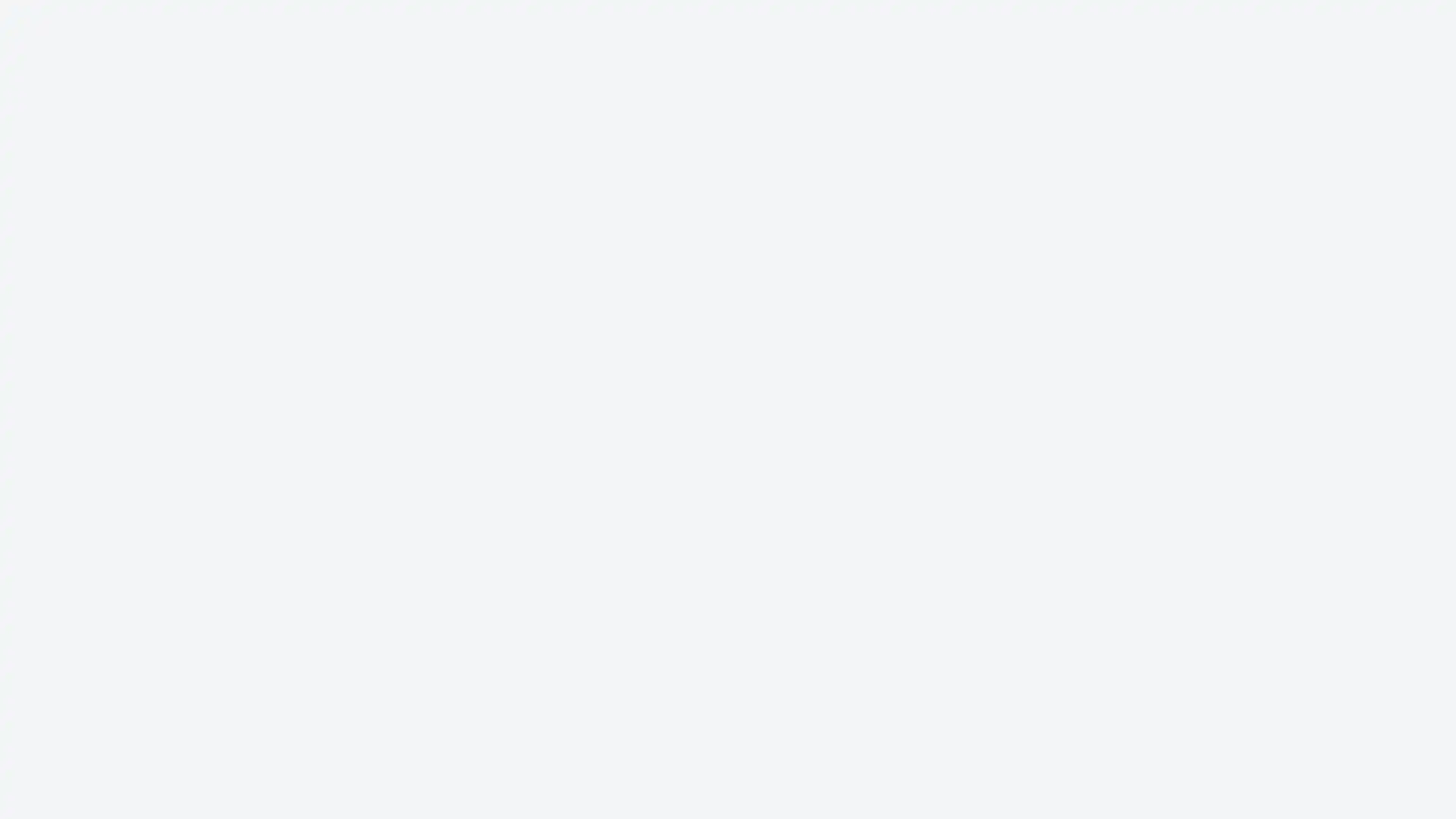 The width and height of the screenshot is (1456, 819). What do you see at coordinates (1368, 780) in the screenshot?
I see `Accept` at bounding box center [1368, 780].